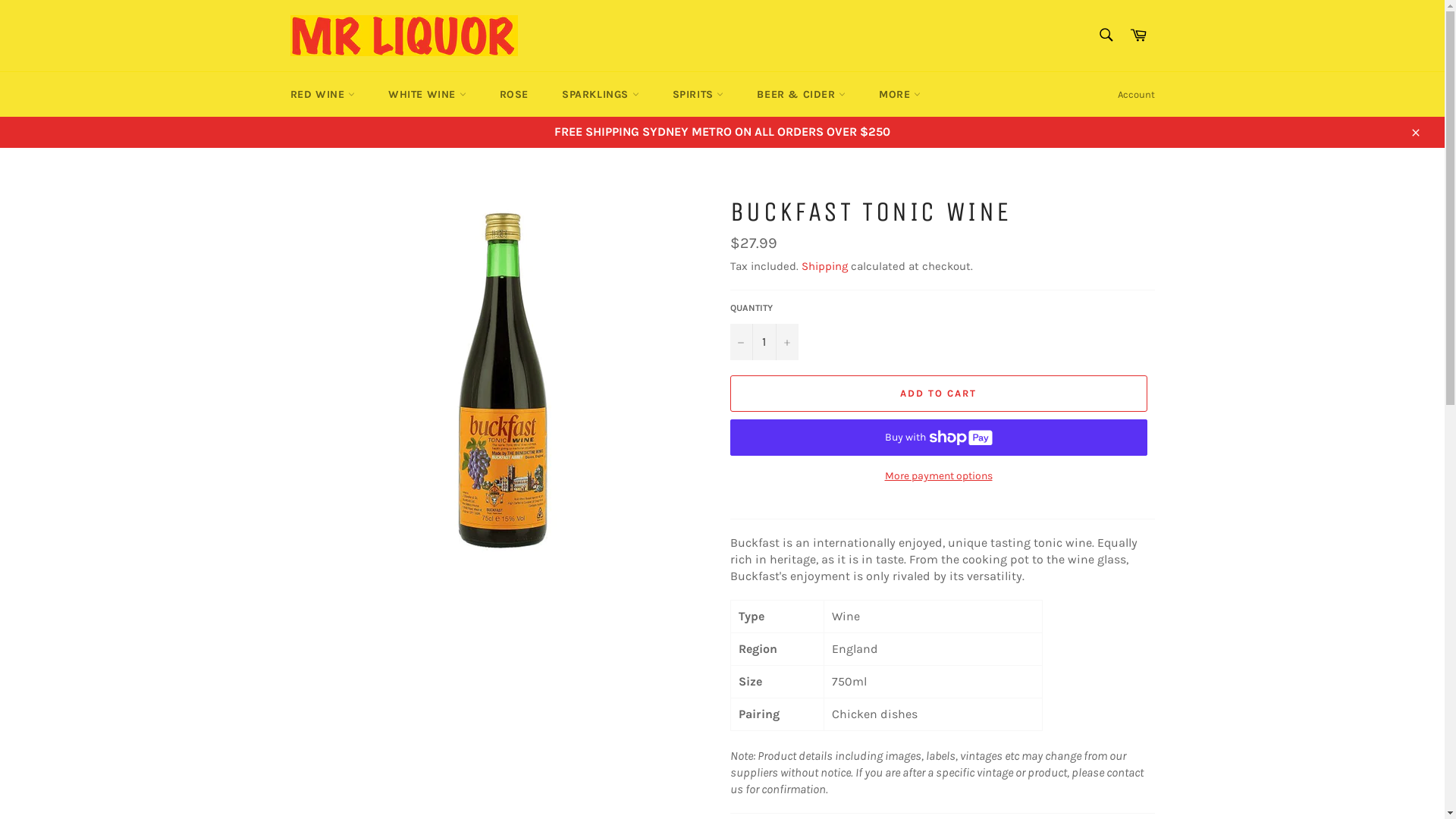 The height and width of the screenshot is (819, 1456). What do you see at coordinates (1087, 34) in the screenshot?
I see `'Search'` at bounding box center [1087, 34].